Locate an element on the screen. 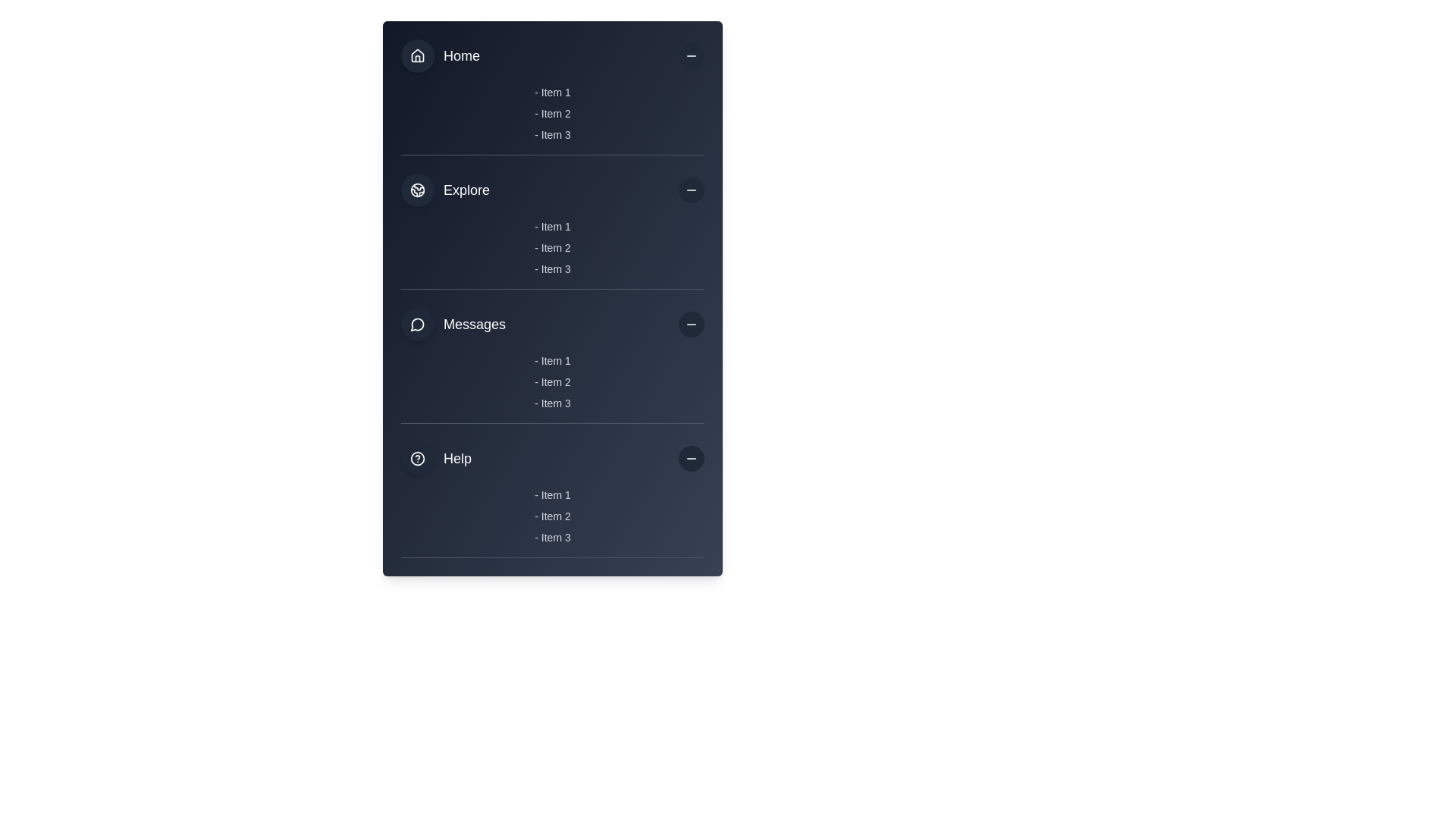  the Decorative SVG circle component that represents the 'Earth' icon in the 'Explore' section of the navigation menu is located at coordinates (418, 189).